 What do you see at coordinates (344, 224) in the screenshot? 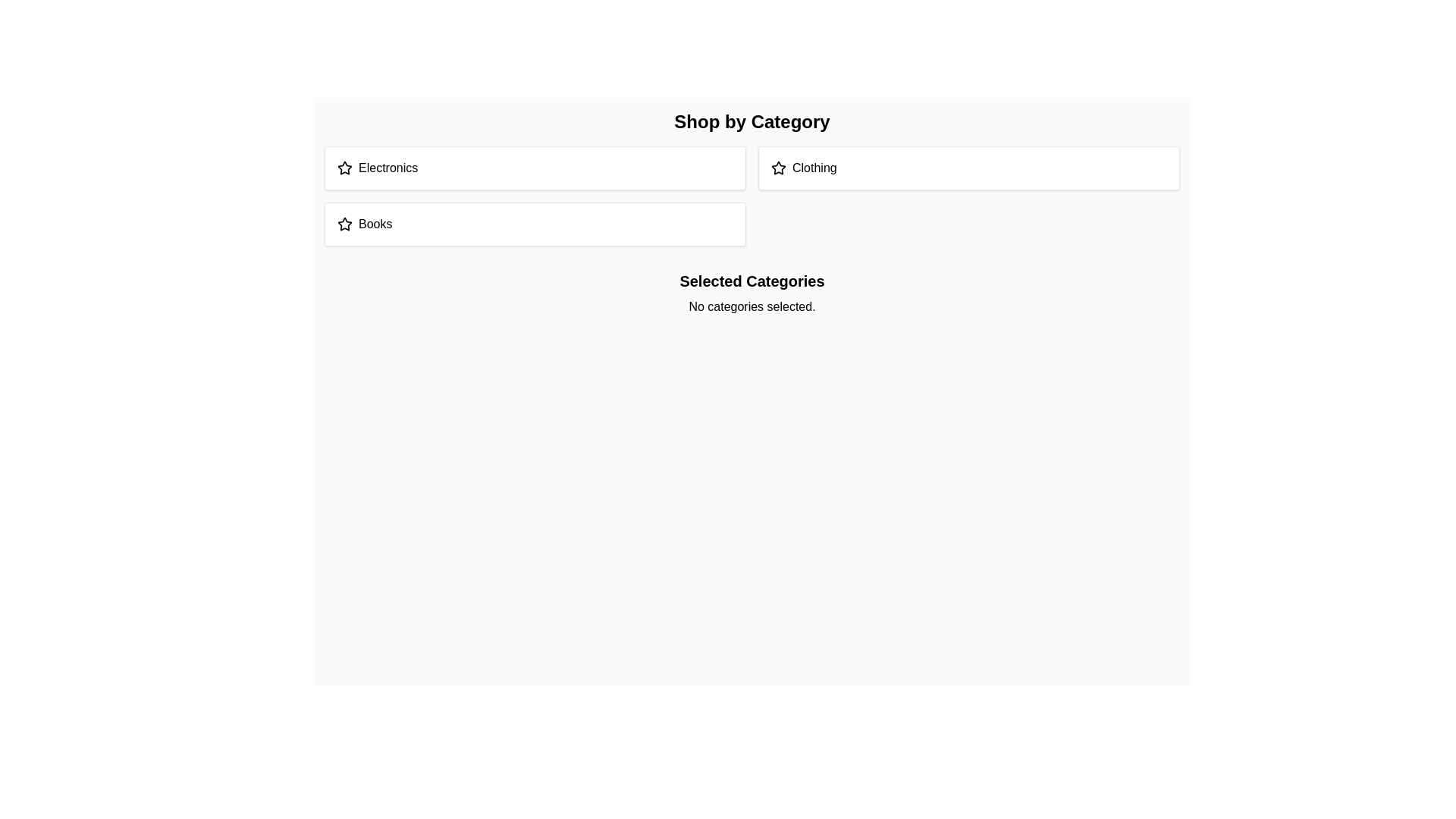
I see `the star icon representing a hollow five-pointed star located to the left of the 'Books' text label in the second row of the category list` at bounding box center [344, 224].